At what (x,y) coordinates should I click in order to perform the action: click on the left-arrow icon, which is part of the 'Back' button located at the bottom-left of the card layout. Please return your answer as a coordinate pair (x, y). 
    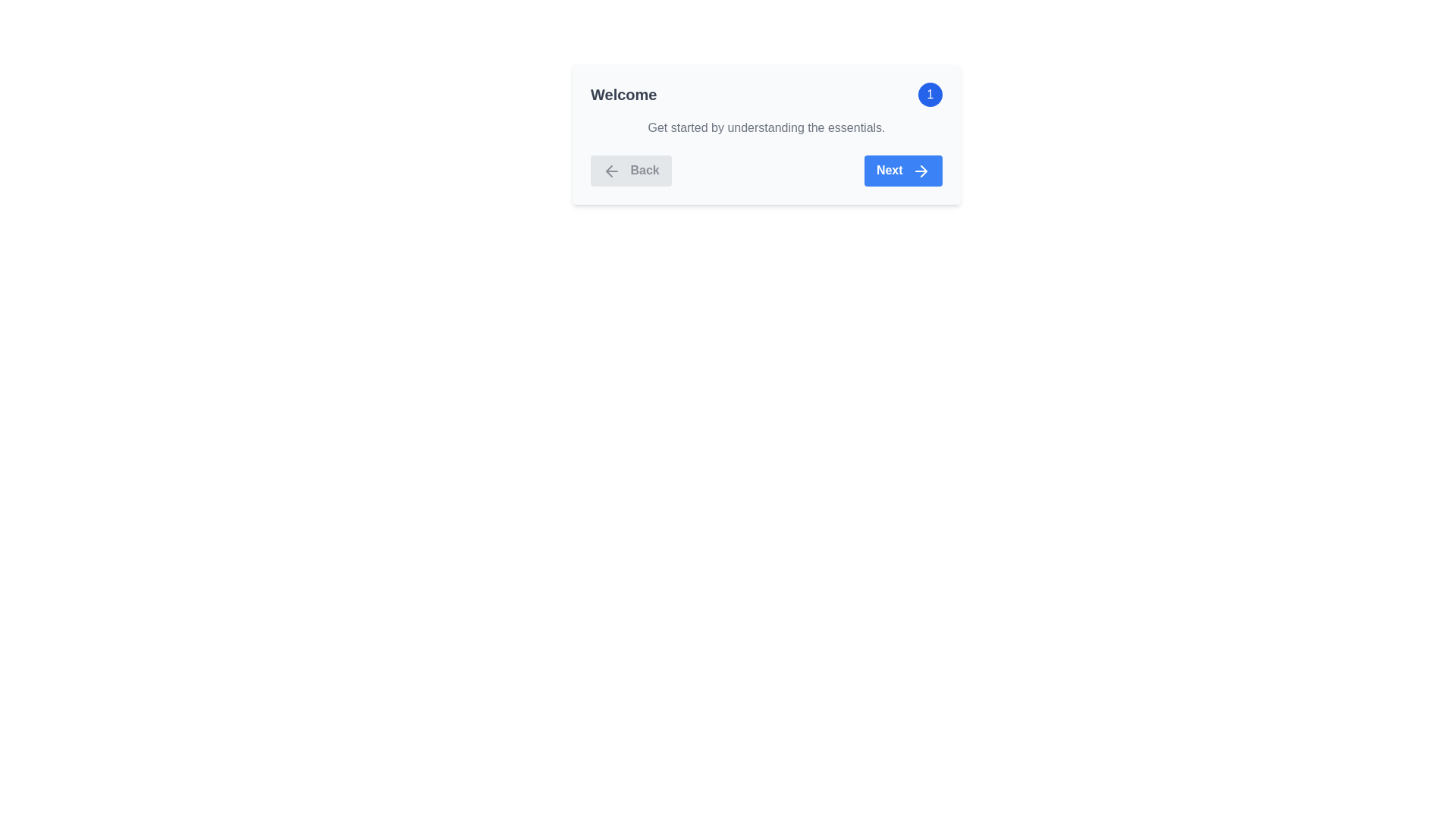
    Looking at the image, I should click on (611, 171).